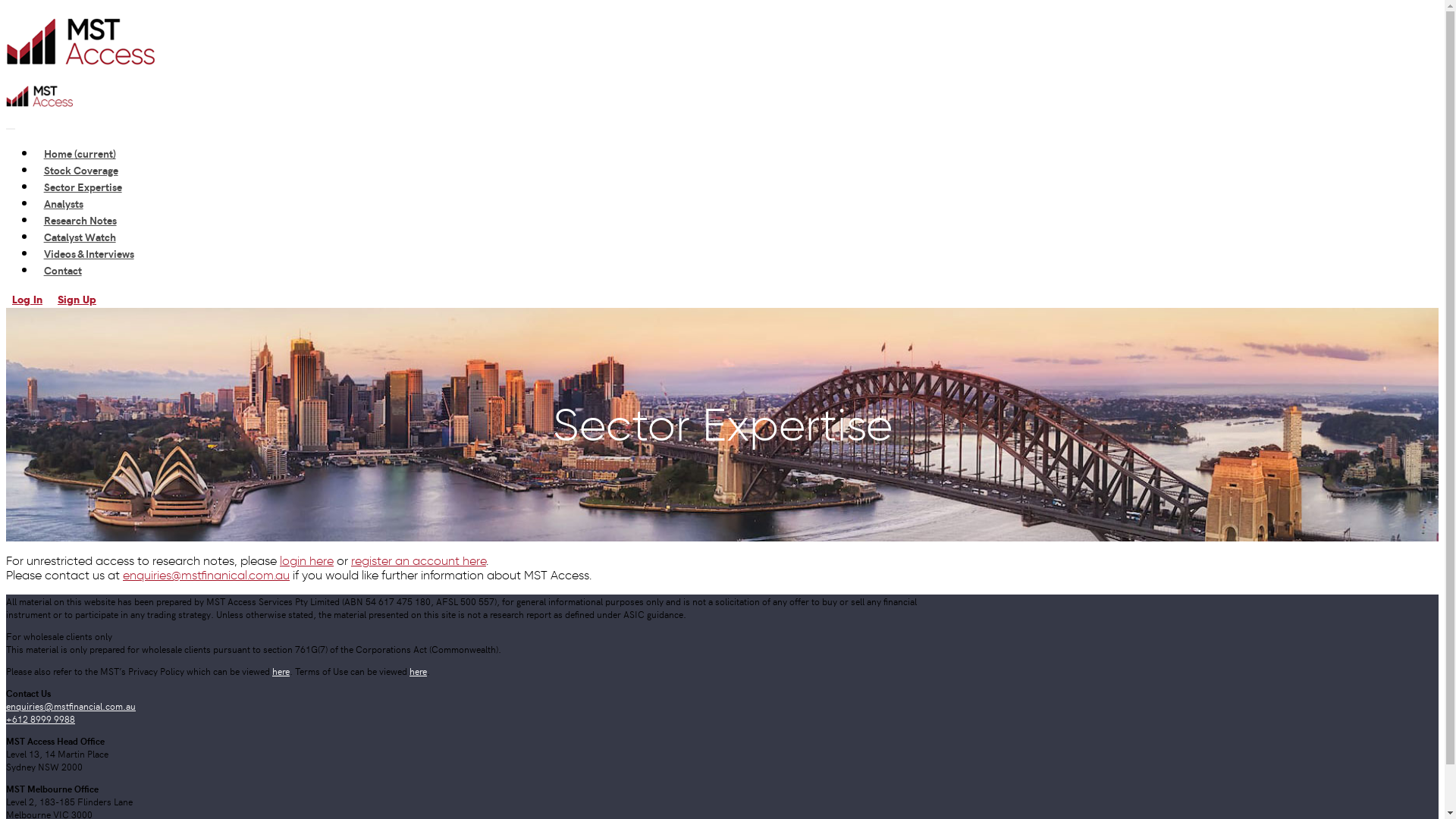 The height and width of the screenshot is (819, 1456). What do you see at coordinates (76, 299) in the screenshot?
I see `'Sign Up'` at bounding box center [76, 299].